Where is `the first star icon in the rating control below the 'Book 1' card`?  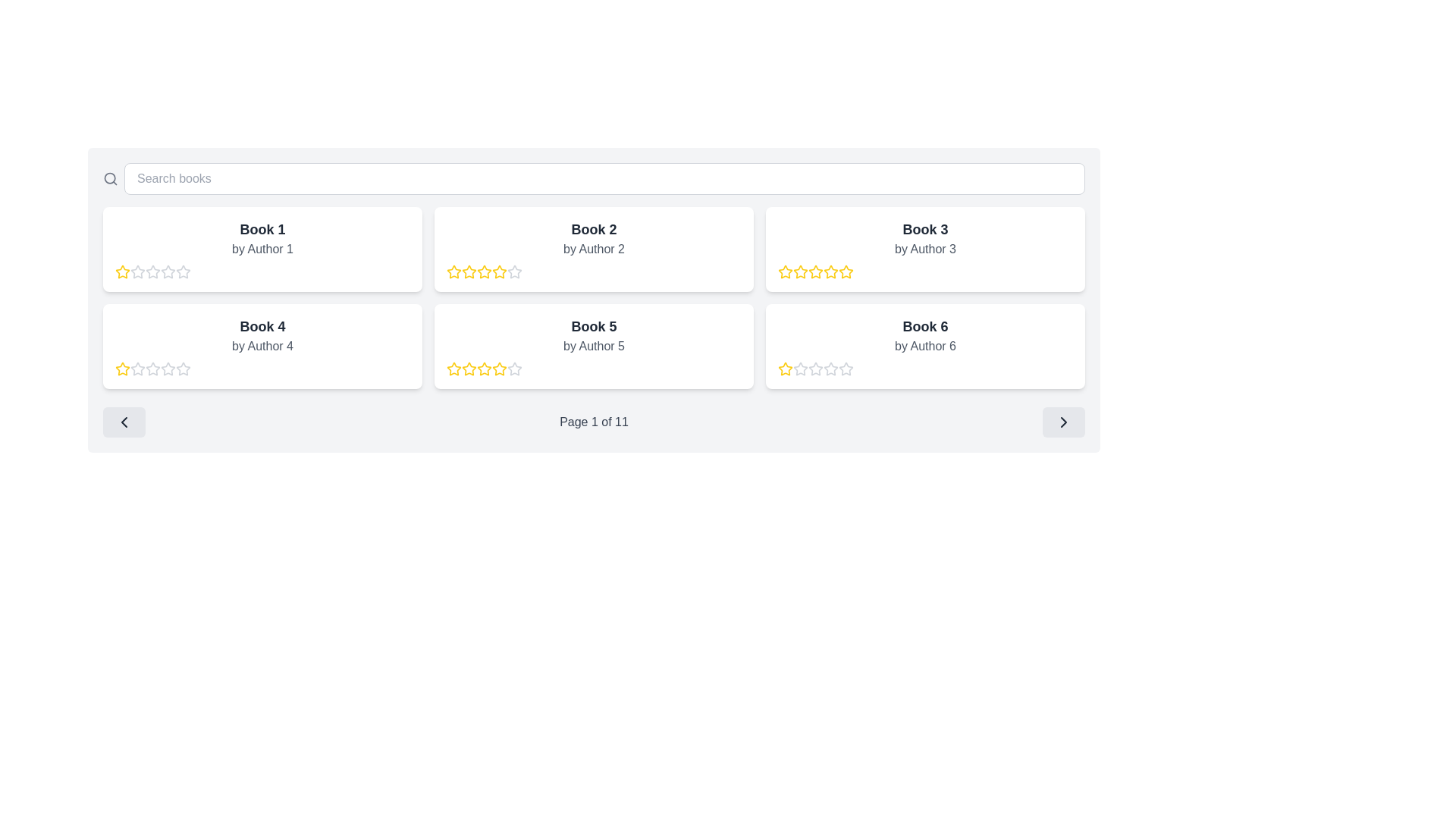
the first star icon in the rating control below the 'Book 1' card is located at coordinates (123, 271).